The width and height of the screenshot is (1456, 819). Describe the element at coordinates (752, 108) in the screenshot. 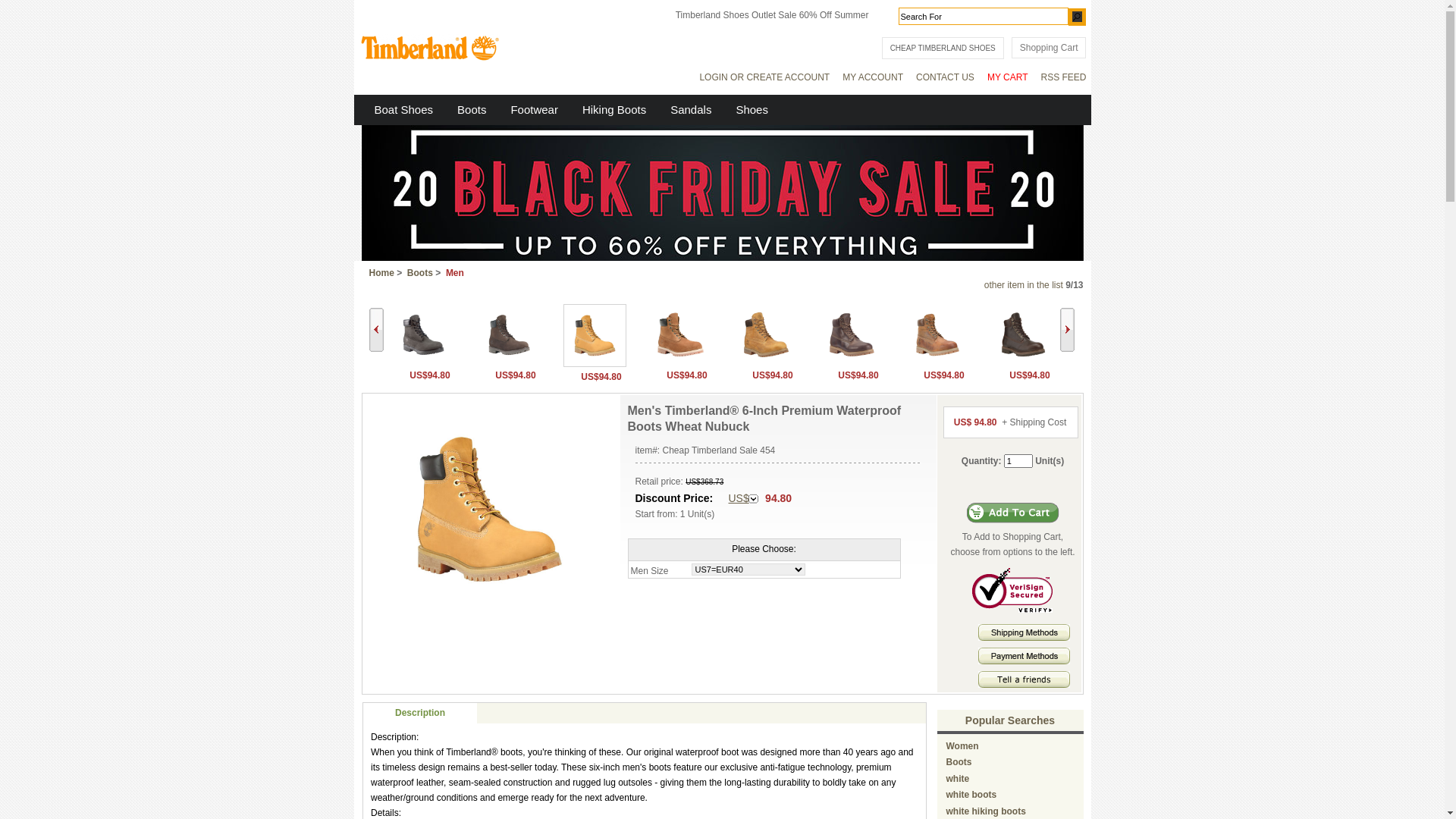

I see `'Shoes'` at that location.